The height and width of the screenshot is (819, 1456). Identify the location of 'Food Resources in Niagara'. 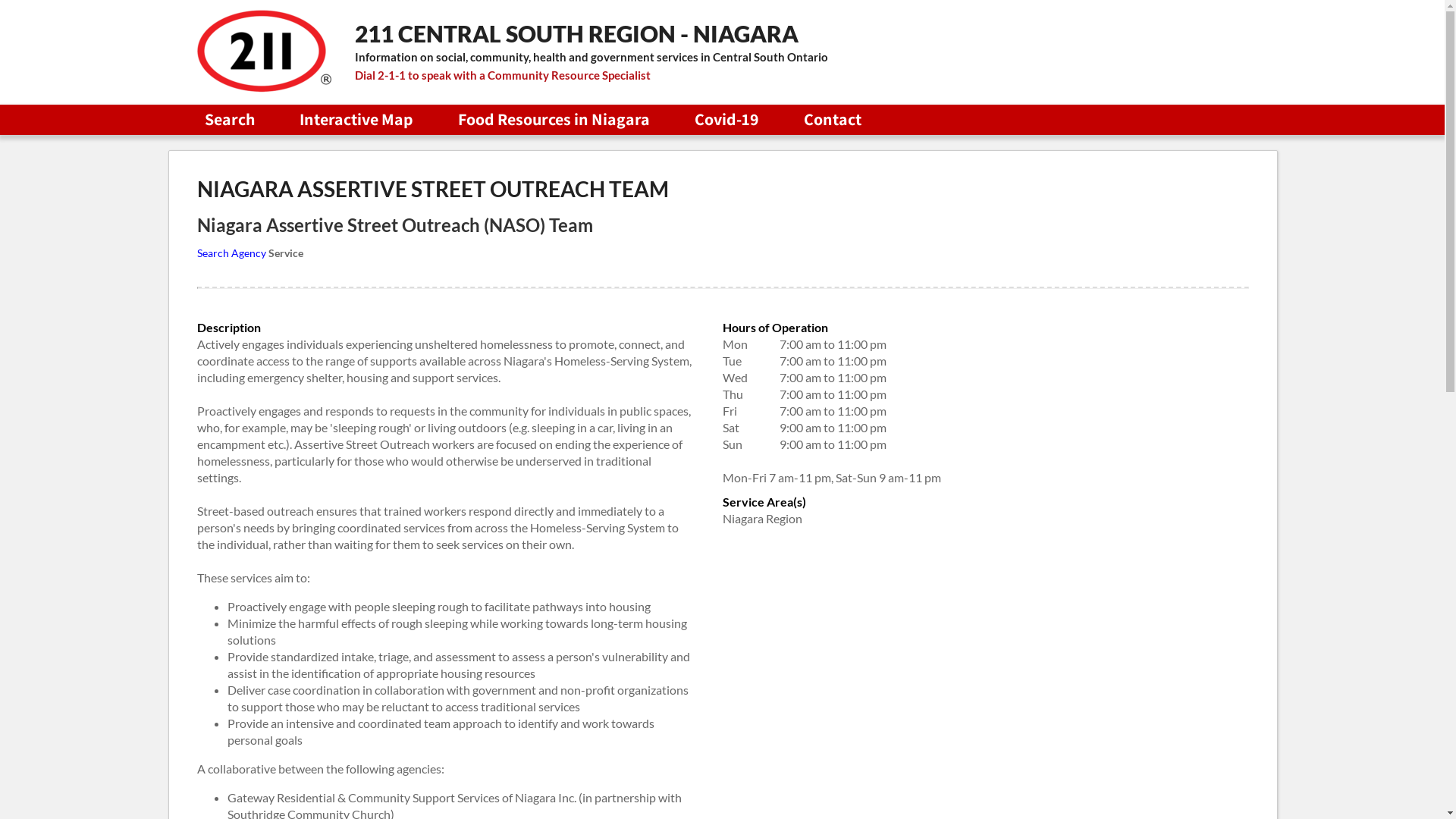
(553, 118).